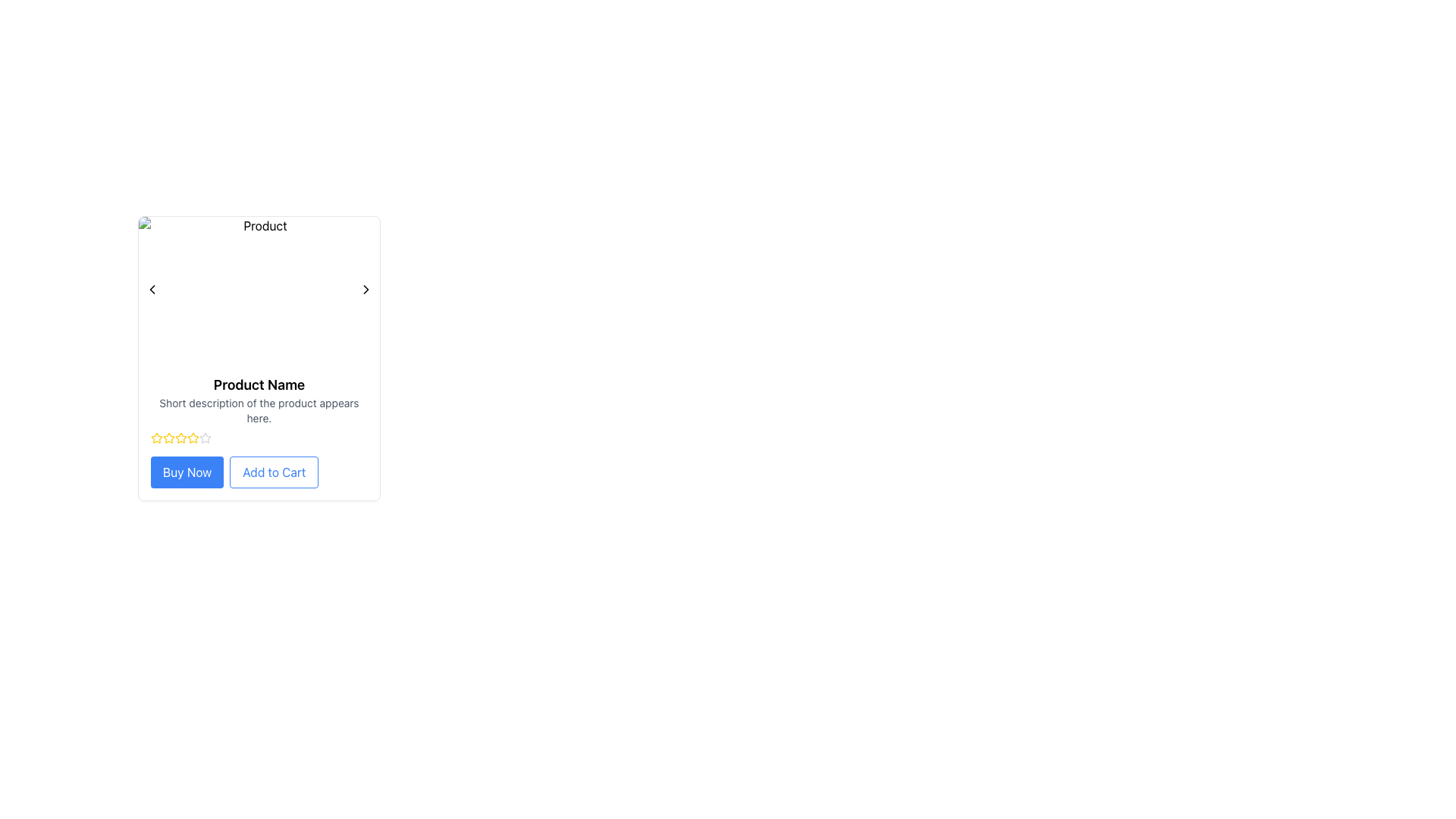 Image resolution: width=1456 pixels, height=819 pixels. Describe the element at coordinates (259, 472) in the screenshot. I see `the 'Add to Cart' button, which is bordered in blue with blue text and located below the product rating` at that location.